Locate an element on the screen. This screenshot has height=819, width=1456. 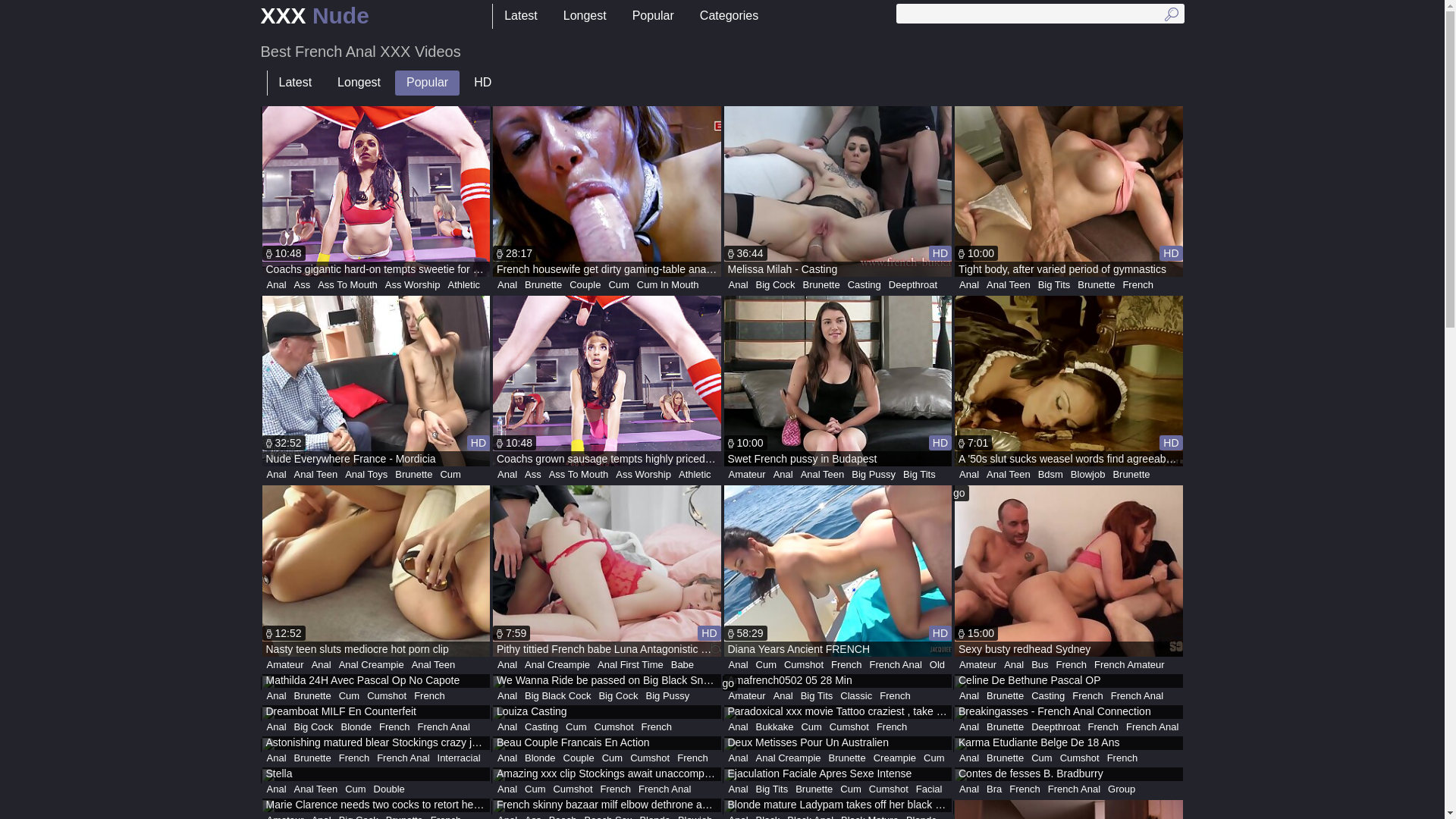
'Ass To Mouth' is located at coordinates (312, 284).